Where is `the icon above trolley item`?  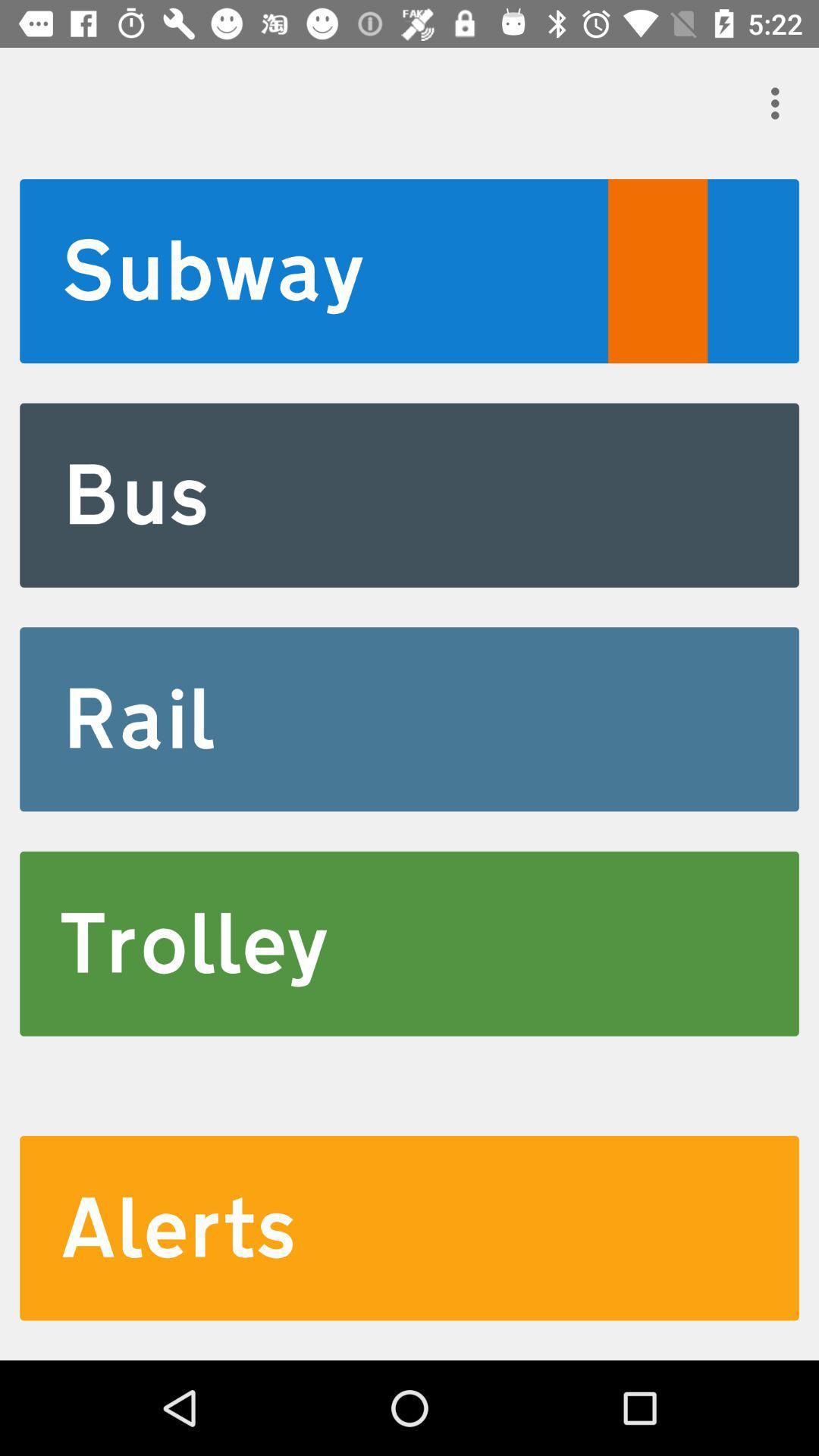
the icon above trolley item is located at coordinates (409, 718).